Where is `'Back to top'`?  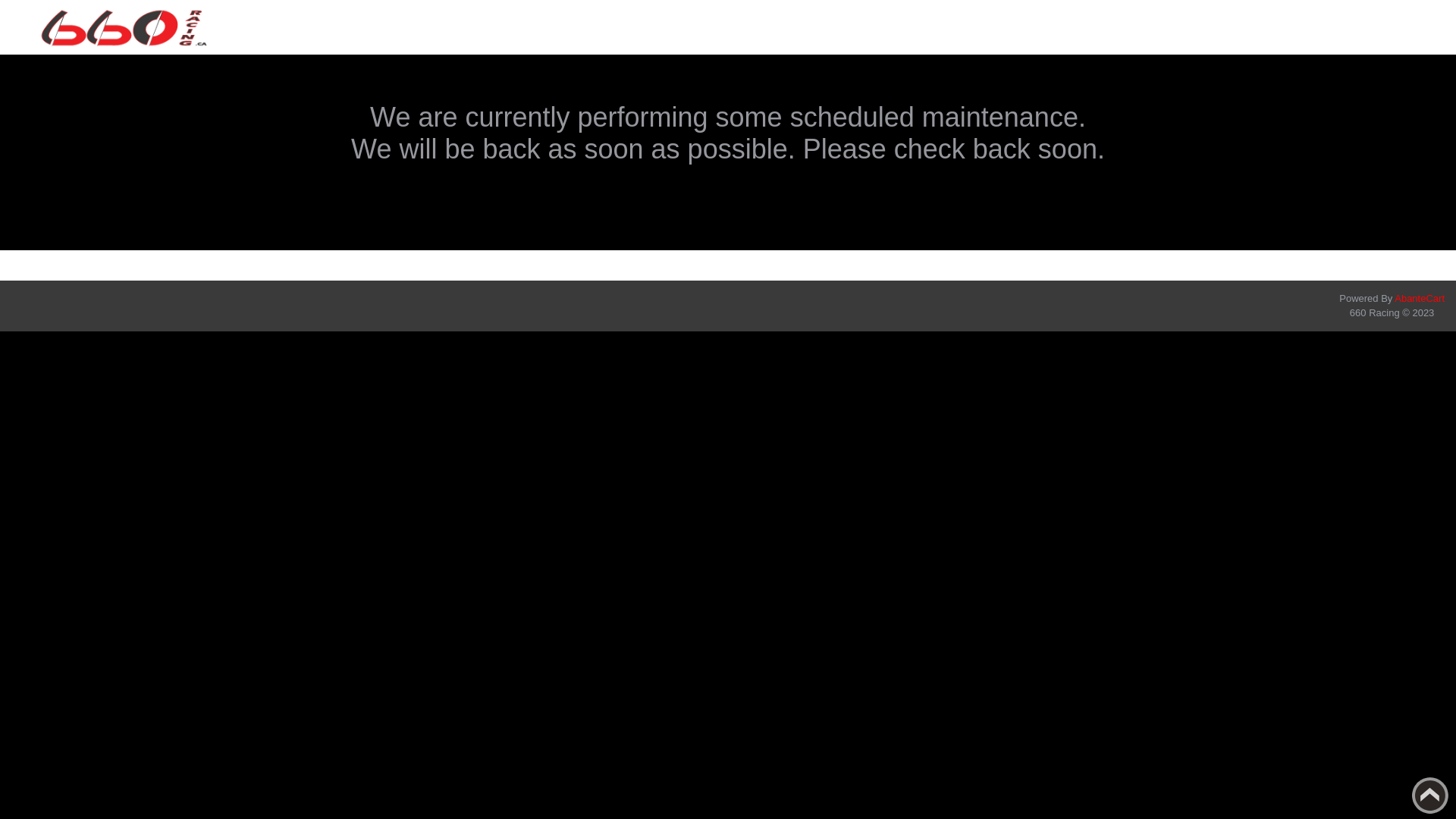 'Back to top' is located at coordinates (1429, 795).